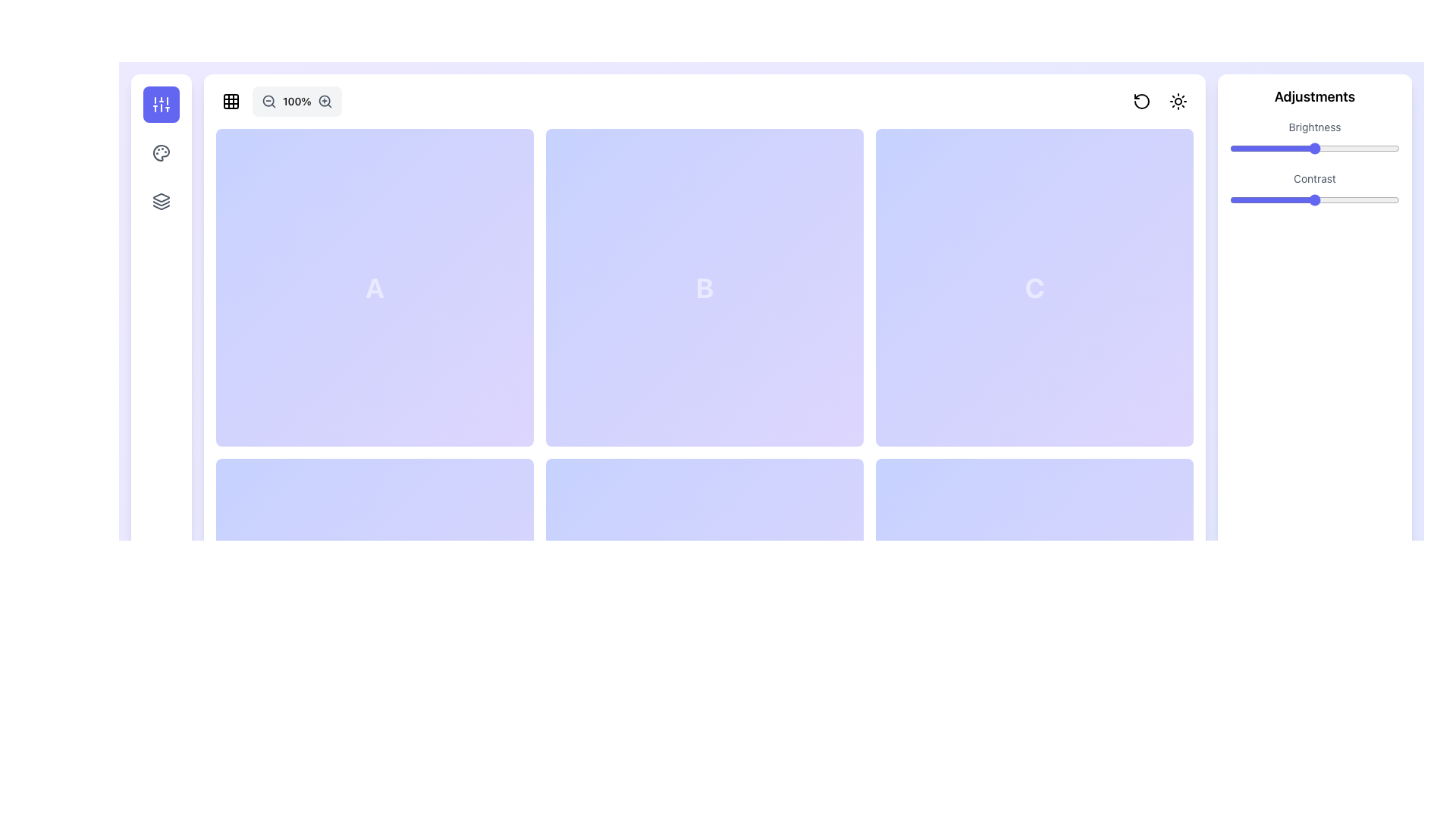 The image size is (1456, 819). What do you see at coordinates (297, 102) in the screenshot?
I see `the label that represents the current display zoom level, which is centrally located in the horizontal toolbar at the top of the view, positioned between the zoom in and zoom out icons` at bounding box center [297, 102].